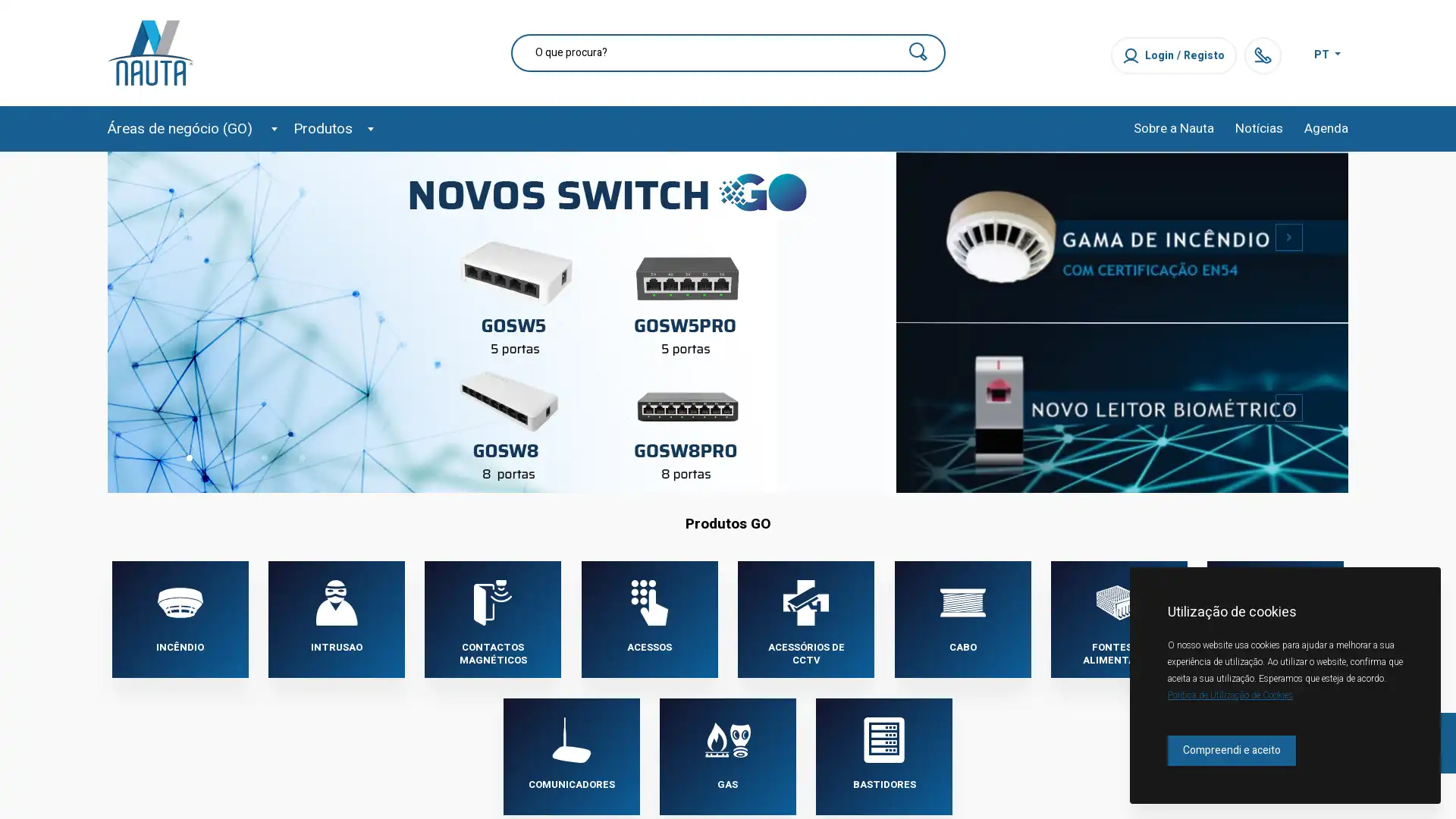 The image size is (1456, 819). Describe the element at coordinates (265, 457) in the screenshot. I see `Go to slide 3` at that location.